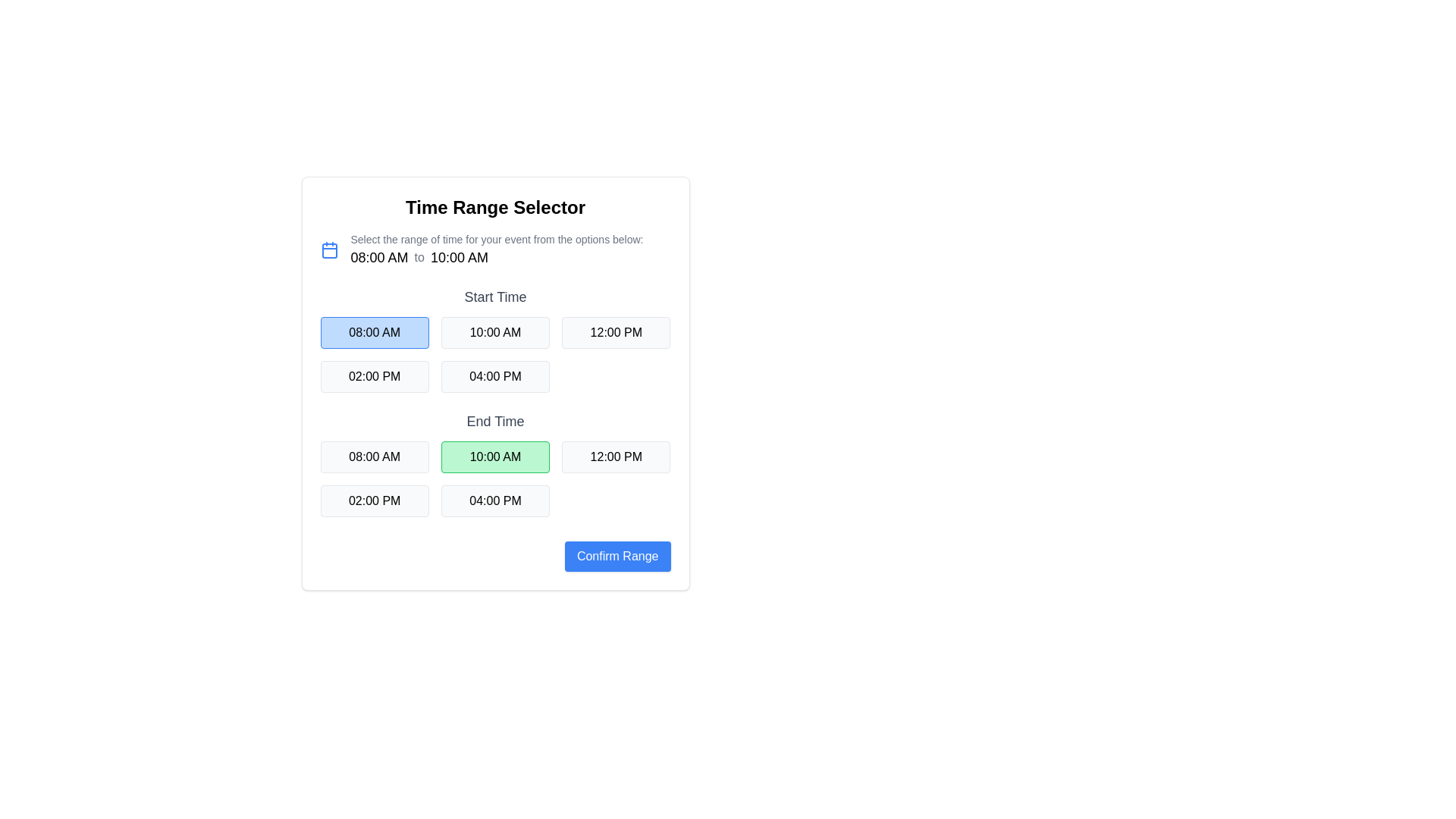  I want to click on the rectangular button with rounded corners labeled '12:00 PM', so click(616, 332).